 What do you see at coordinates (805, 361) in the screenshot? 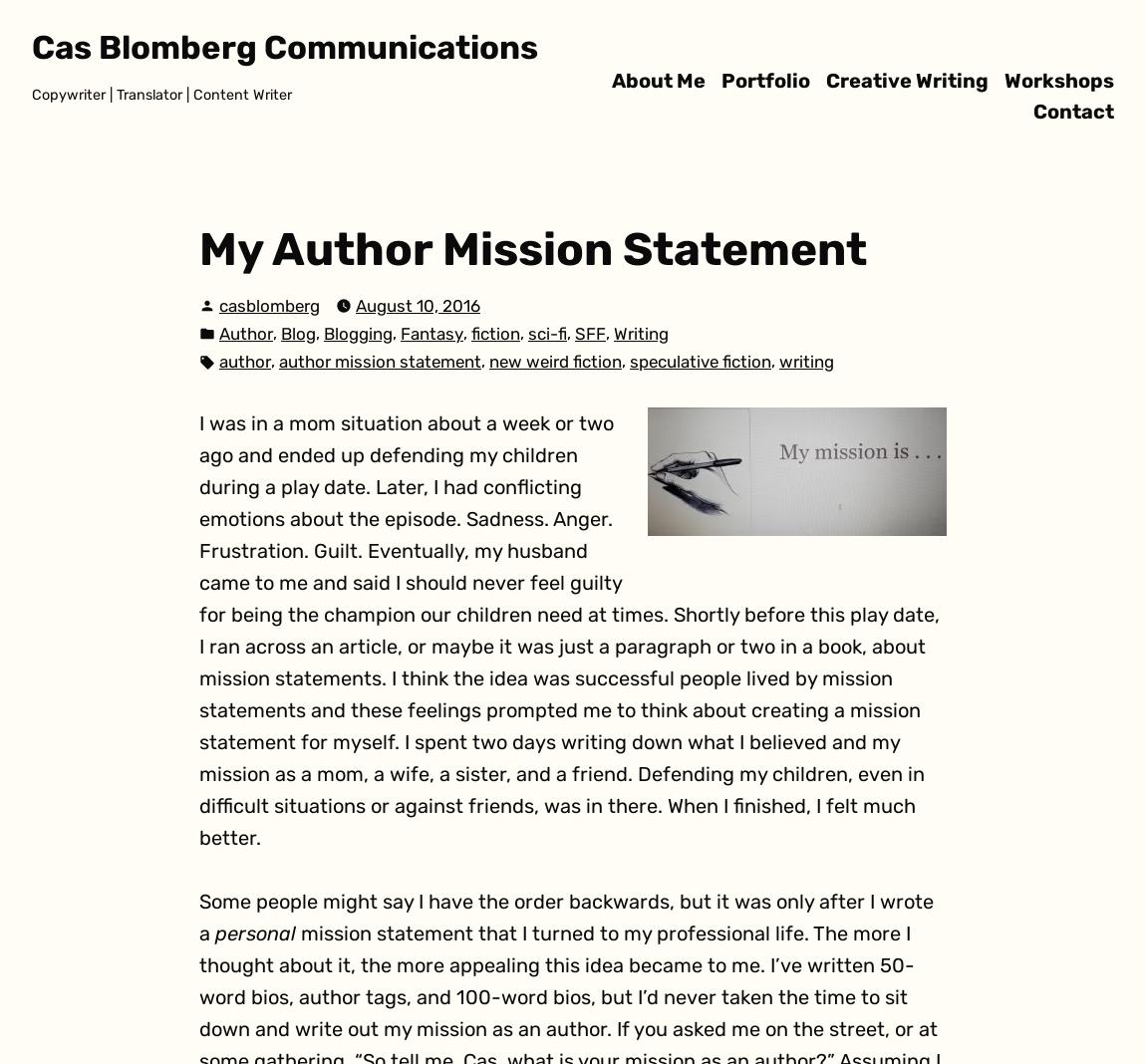
I see `'writing'` at bounding box center [805, 361].